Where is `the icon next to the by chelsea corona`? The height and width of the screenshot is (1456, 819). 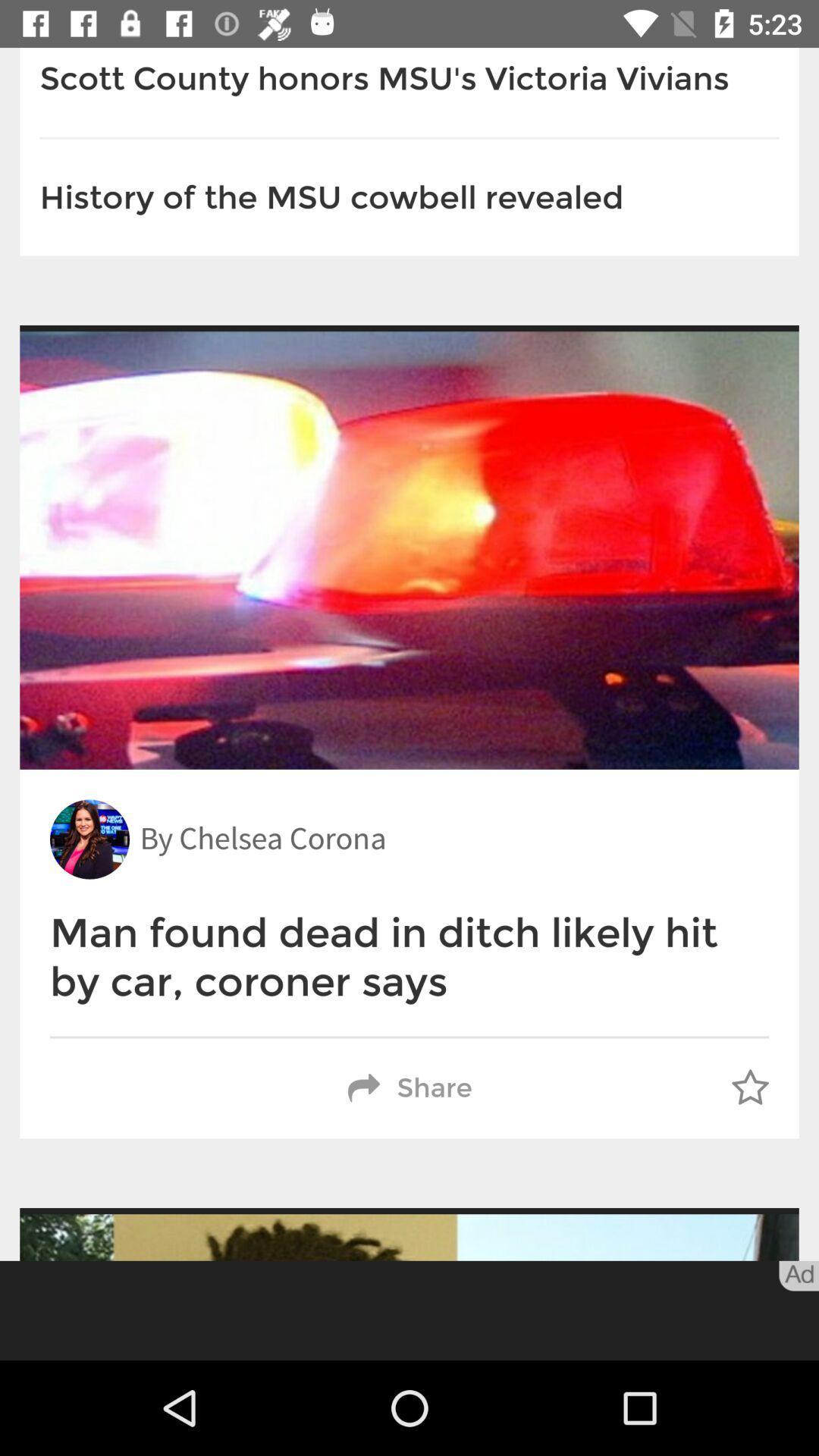 the icon next to the by chelsea corona is located at coordinates (89, 839).